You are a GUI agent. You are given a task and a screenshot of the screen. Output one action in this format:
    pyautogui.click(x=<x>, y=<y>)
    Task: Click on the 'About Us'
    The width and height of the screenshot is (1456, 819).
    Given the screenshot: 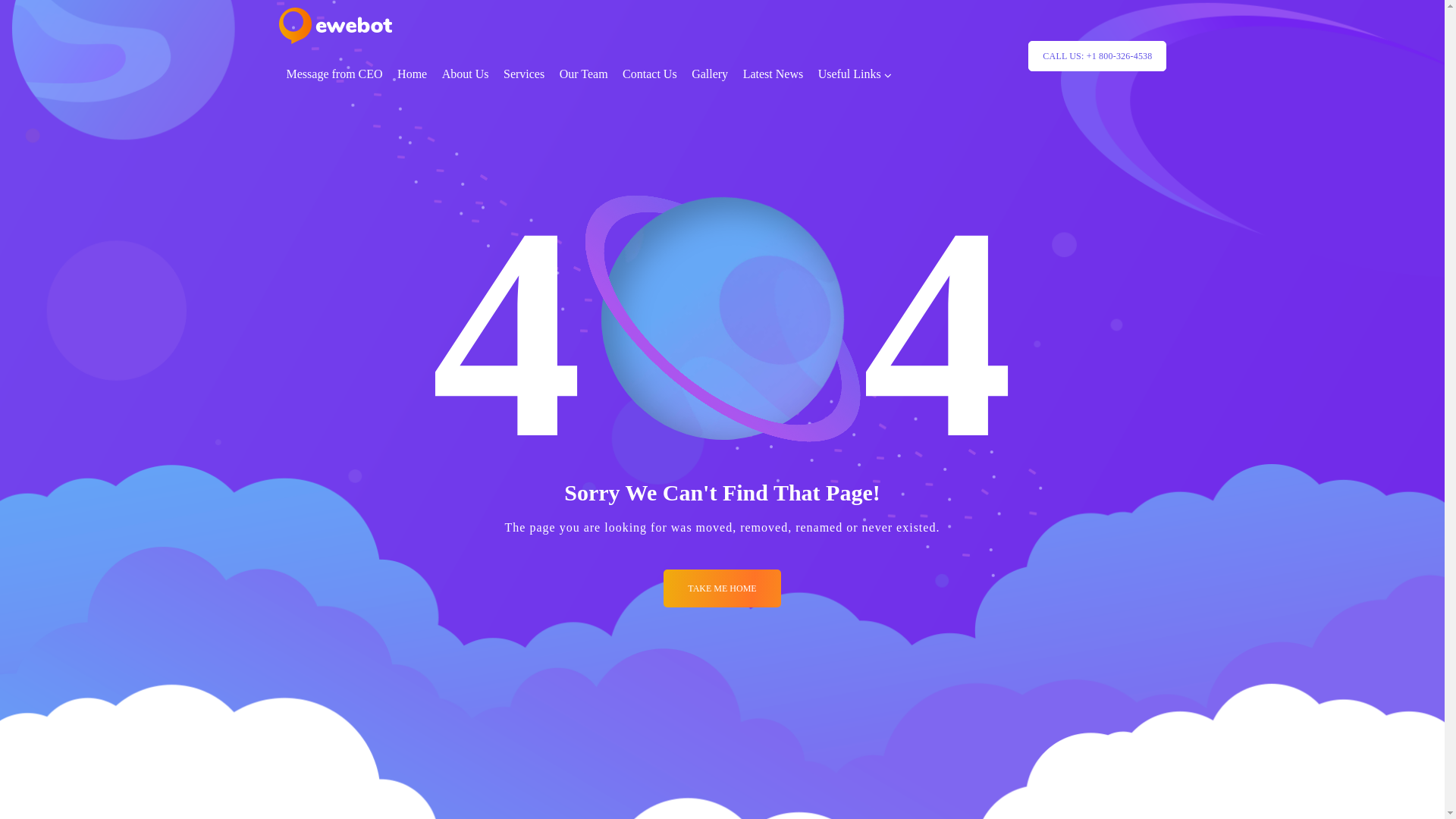 What is the action you would take?
    pyautogui.click(x=441, y=74)
    